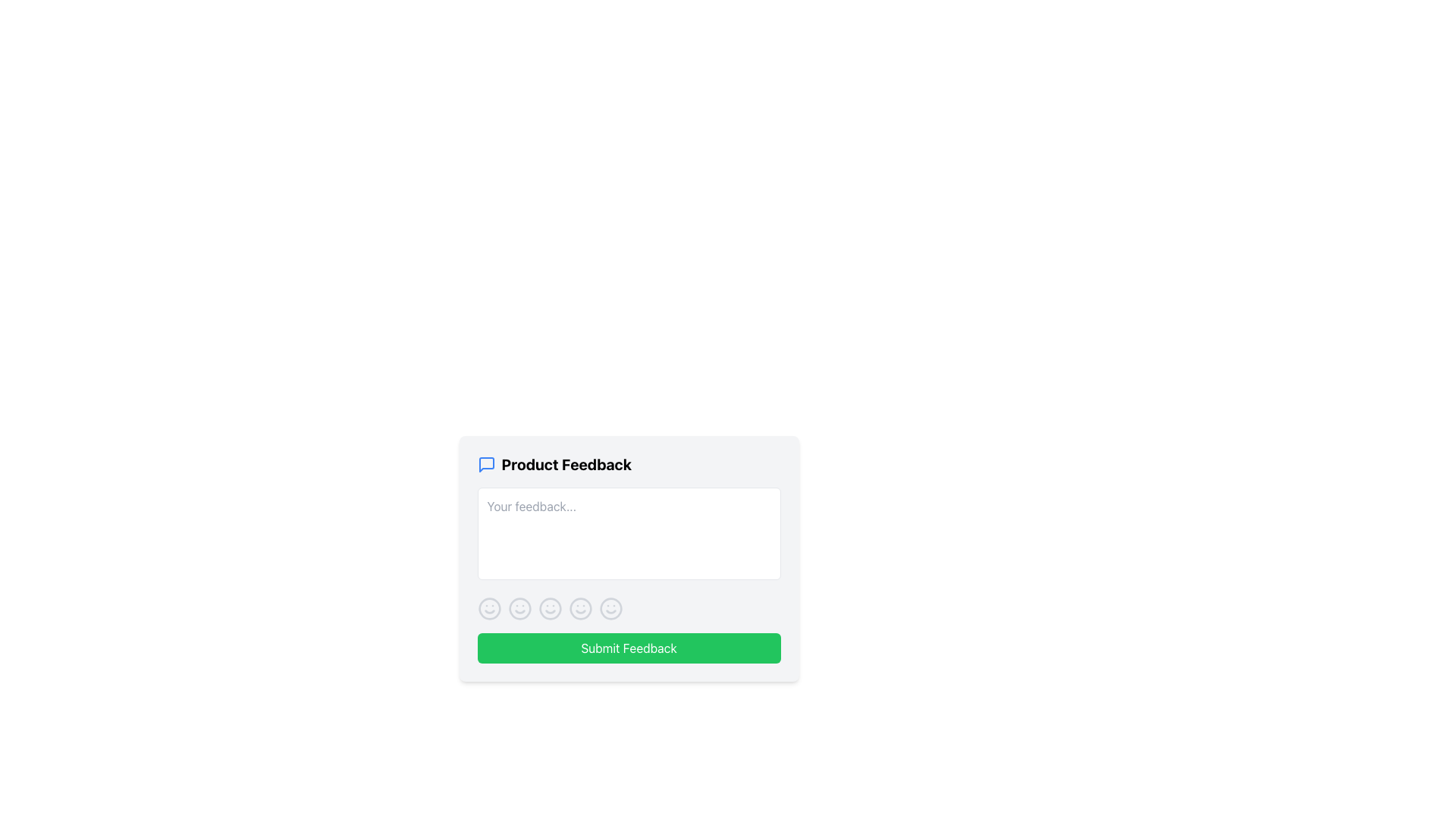 The height and width of the screenshot is (819, 1456). Describe the element at coordinates (519, 607) in the screenshot. I see `the smiley face icon button, which is the second element from the left in a horizontal row of icons located below the 'Product Feedback' text area` at that location.